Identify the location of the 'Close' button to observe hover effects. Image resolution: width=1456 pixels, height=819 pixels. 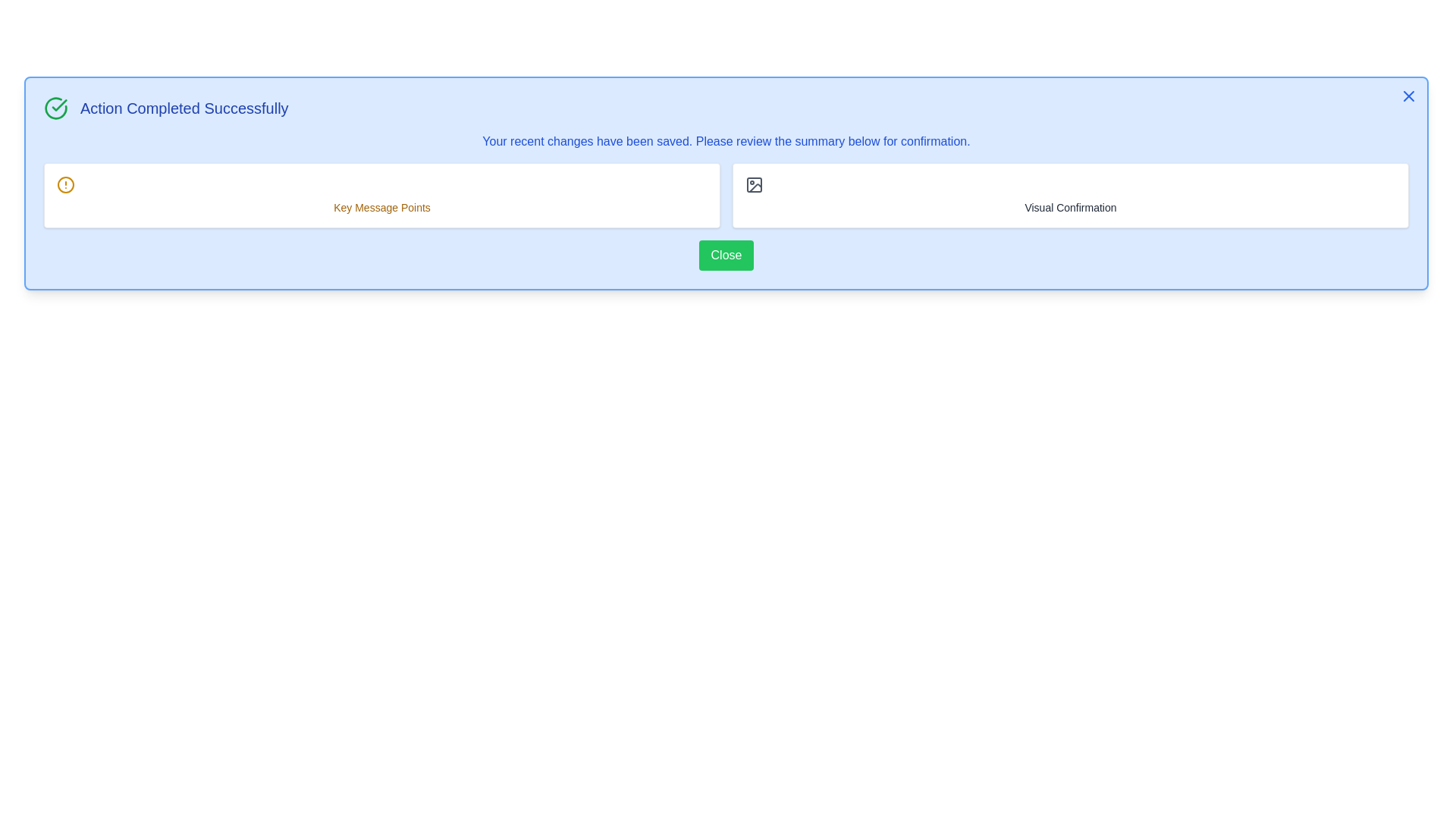
(726, 254).